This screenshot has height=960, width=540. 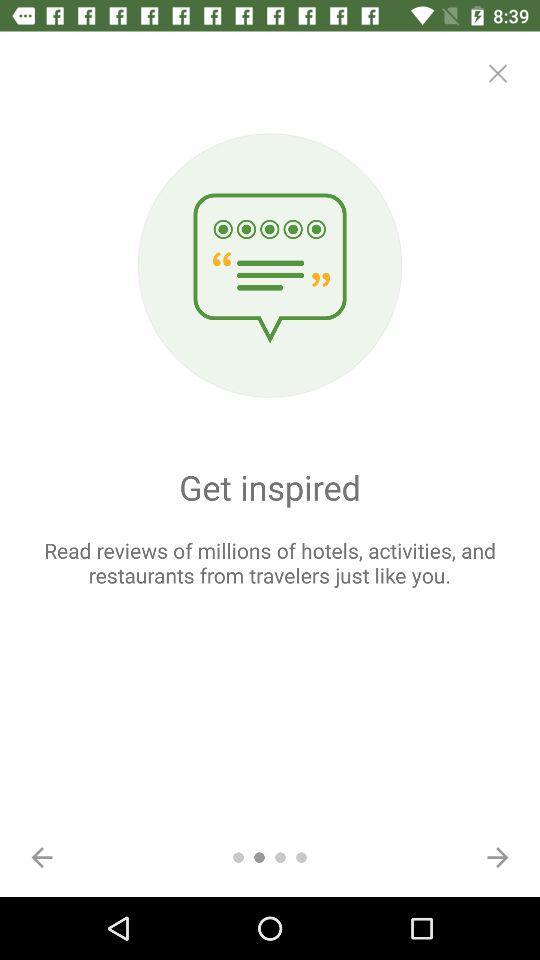 I want to click on item at the bottom left corner, so click(x=42, y=856).